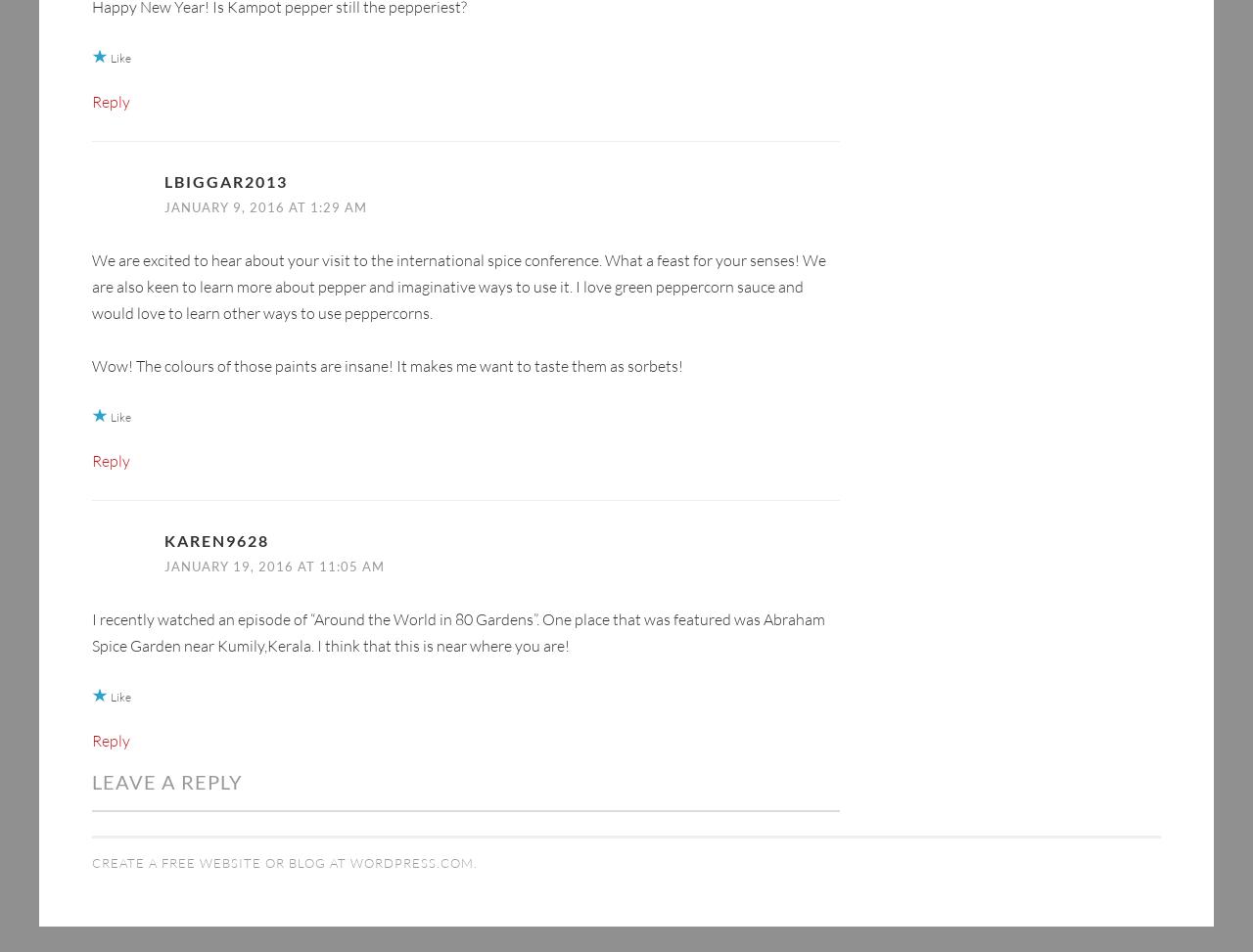 This screenshot has width=1253, height=952. Describe the element at coordinates (283, 832) in the screenshot. I see `'Create a free website or blog at WordPress.com.'` at that location.